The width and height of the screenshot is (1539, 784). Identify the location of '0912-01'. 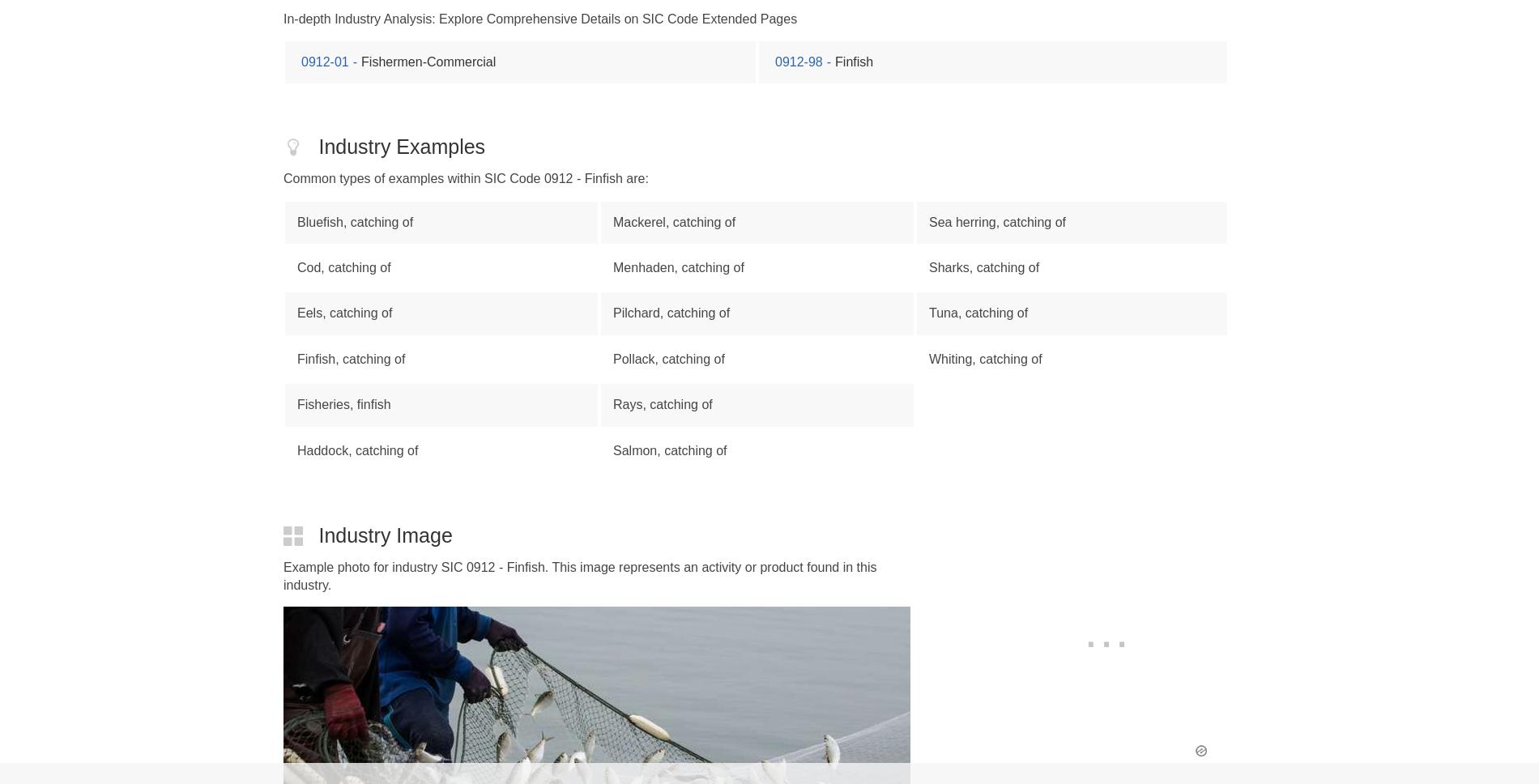
(324, 60).